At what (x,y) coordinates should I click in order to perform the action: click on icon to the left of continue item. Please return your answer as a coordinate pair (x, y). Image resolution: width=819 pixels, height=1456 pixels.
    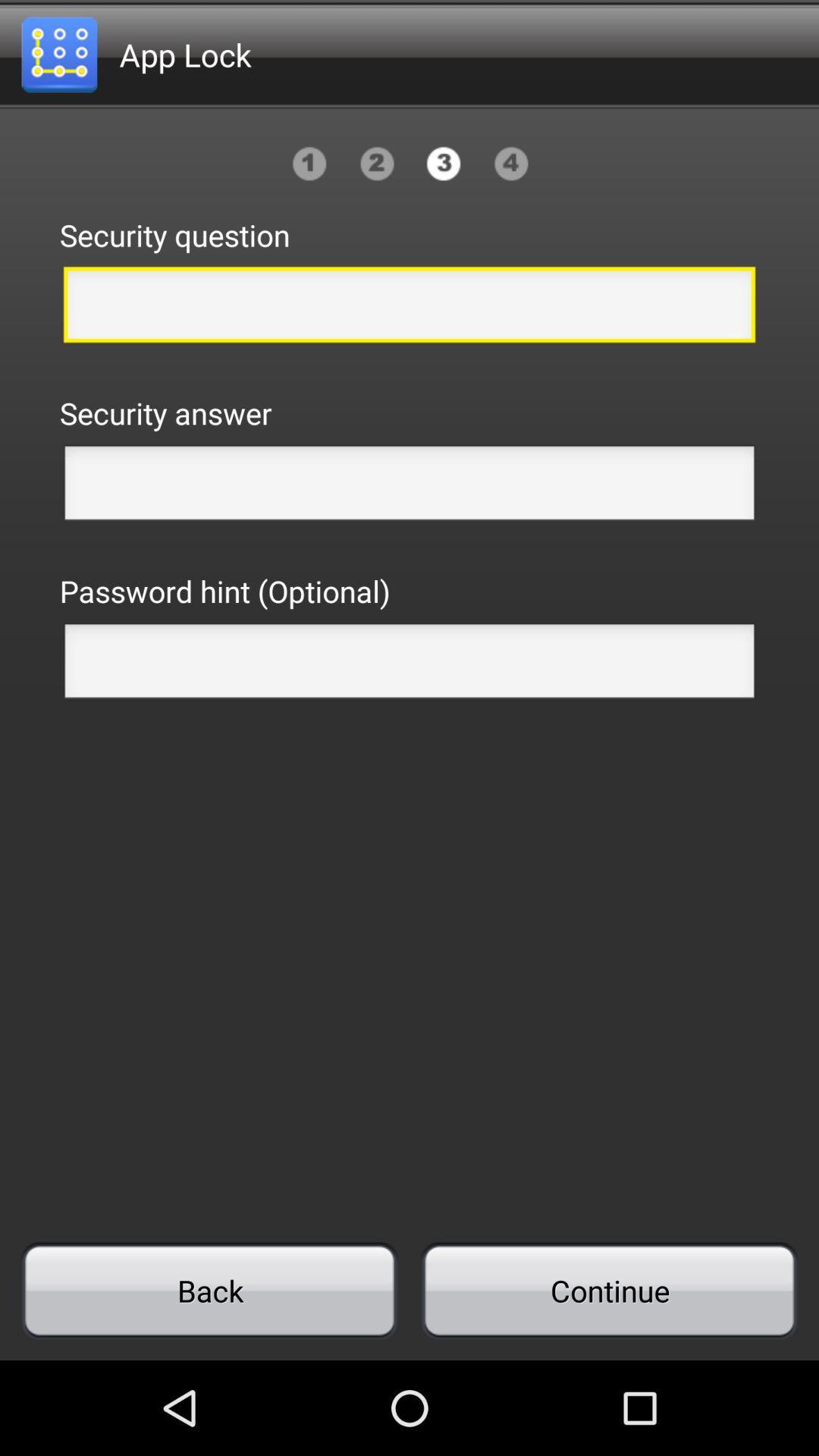
    Looking at the image, I should click on (209, 1290).